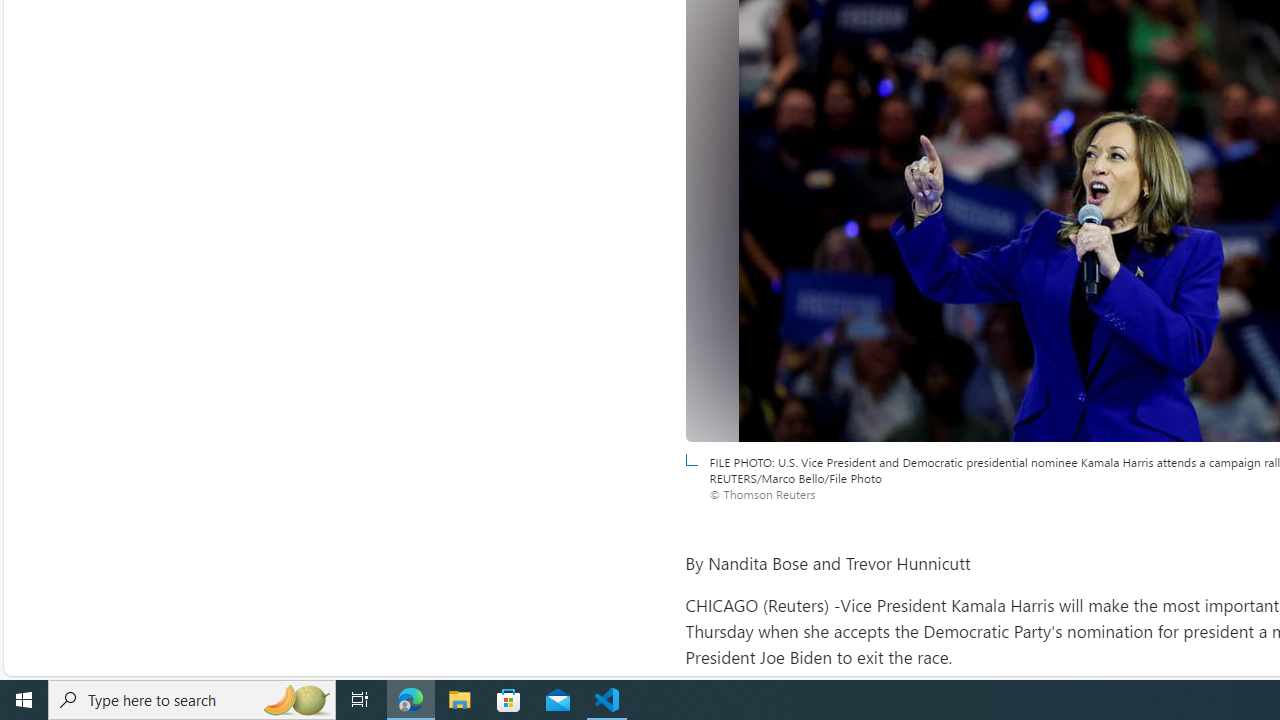  What do you see at coordinates (606, 698) in the screenshot?
I see `'Visual Studio Code - 1 running window'` at bounding box center [606, 698].